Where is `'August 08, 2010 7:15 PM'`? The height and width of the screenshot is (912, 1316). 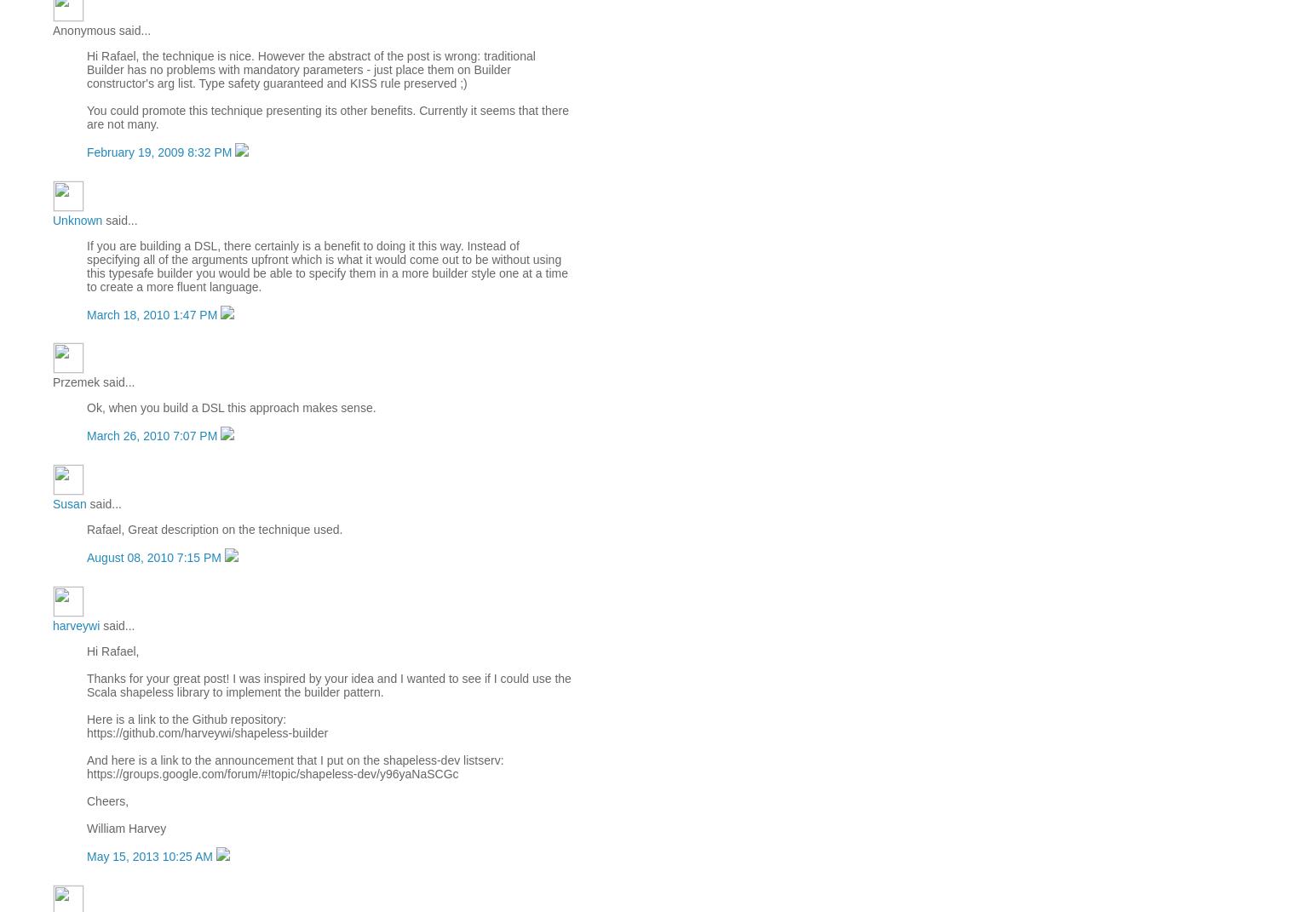
'August 08, 2010 7:15 PM' is located at coordinates (155, 557).